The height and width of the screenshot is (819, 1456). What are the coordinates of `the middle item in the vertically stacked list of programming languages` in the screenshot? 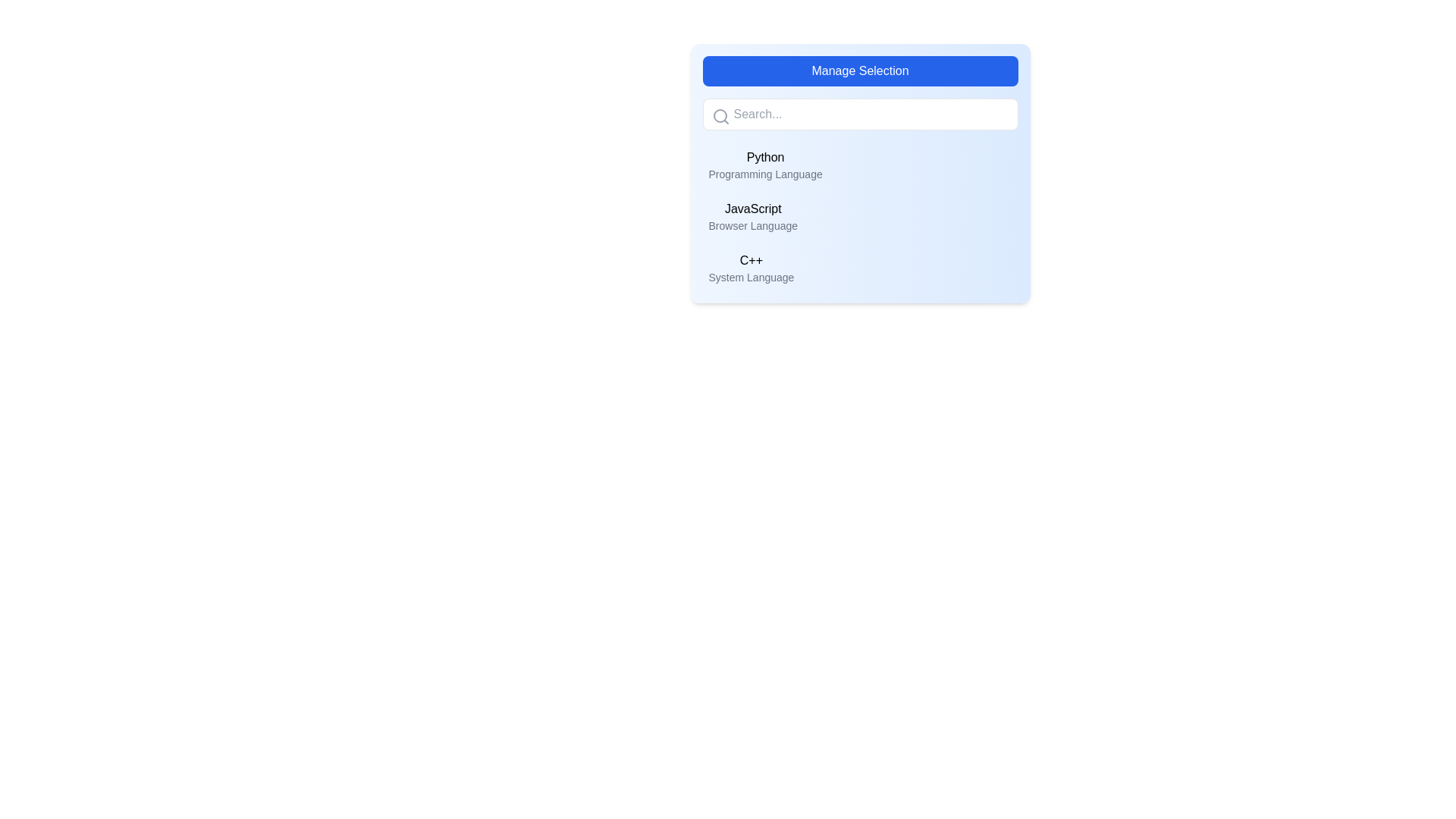 It's located at (860, 216).